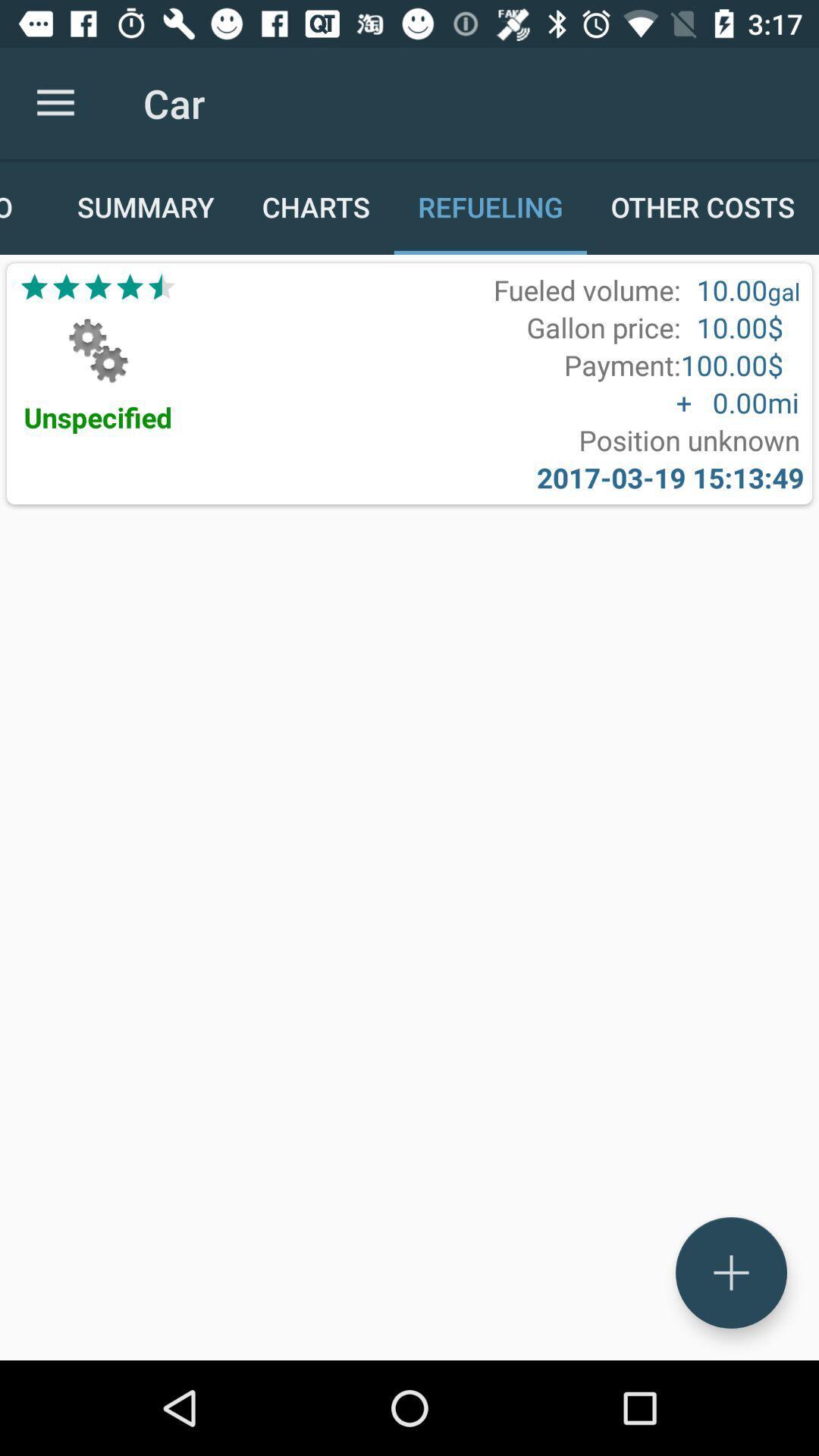 This screenshot has height=1456, width=819. I want to click on item to the left of the car icon, so click(55, 102).